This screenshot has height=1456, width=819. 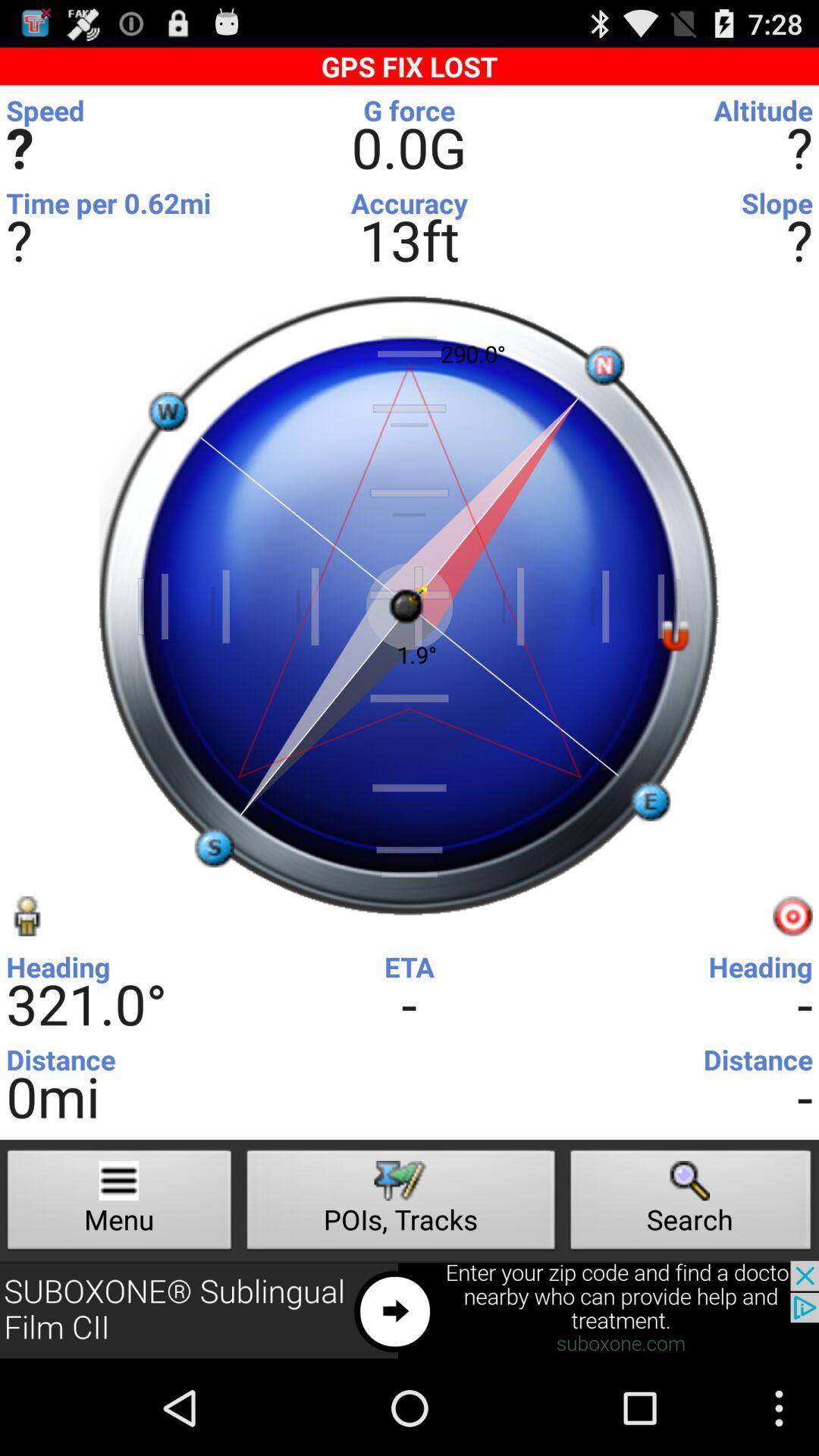 I want to click on time speed selection, so click(x=405, y=114).